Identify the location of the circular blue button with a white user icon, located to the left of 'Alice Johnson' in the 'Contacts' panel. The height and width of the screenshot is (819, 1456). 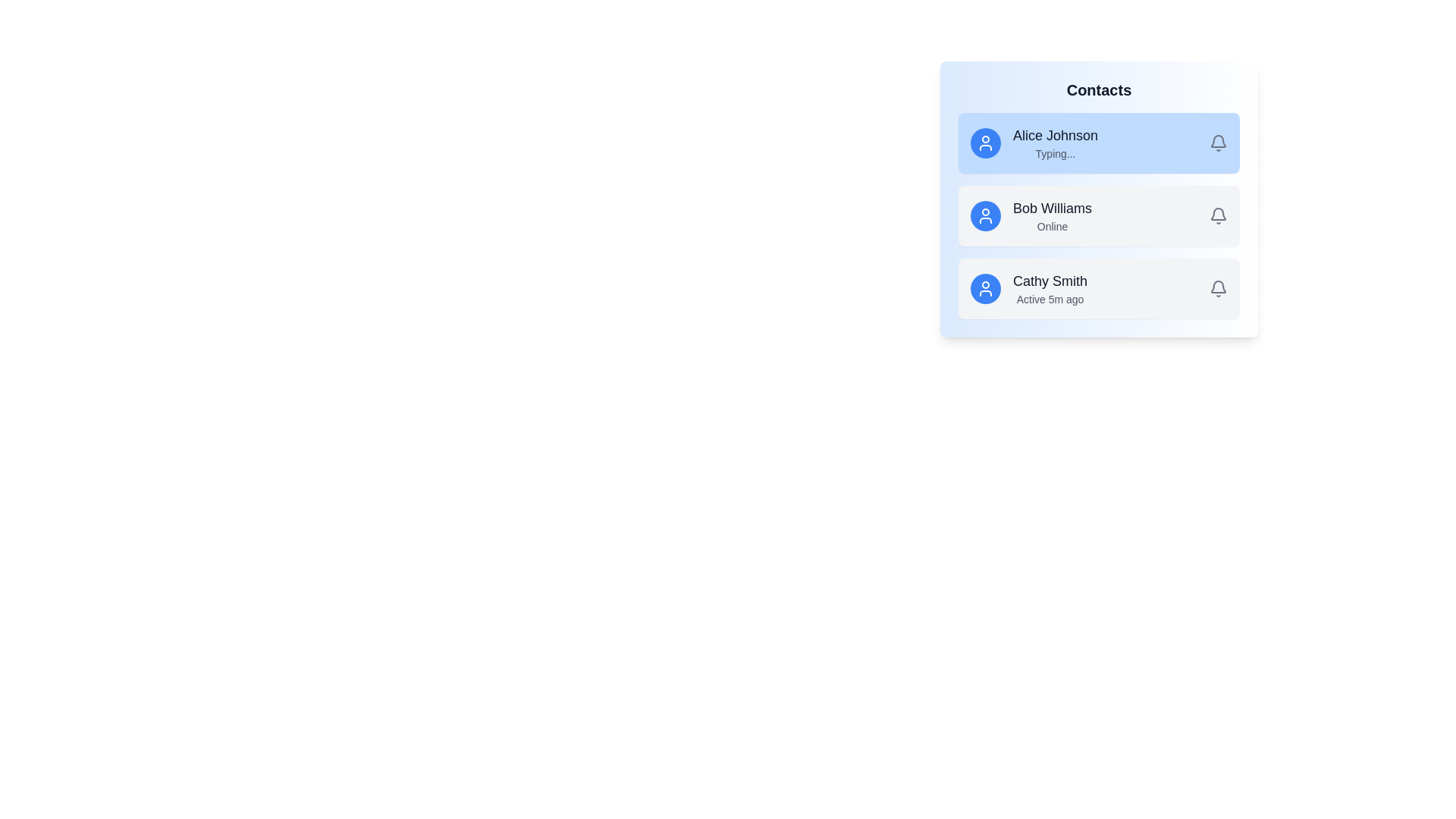
(986, 143).